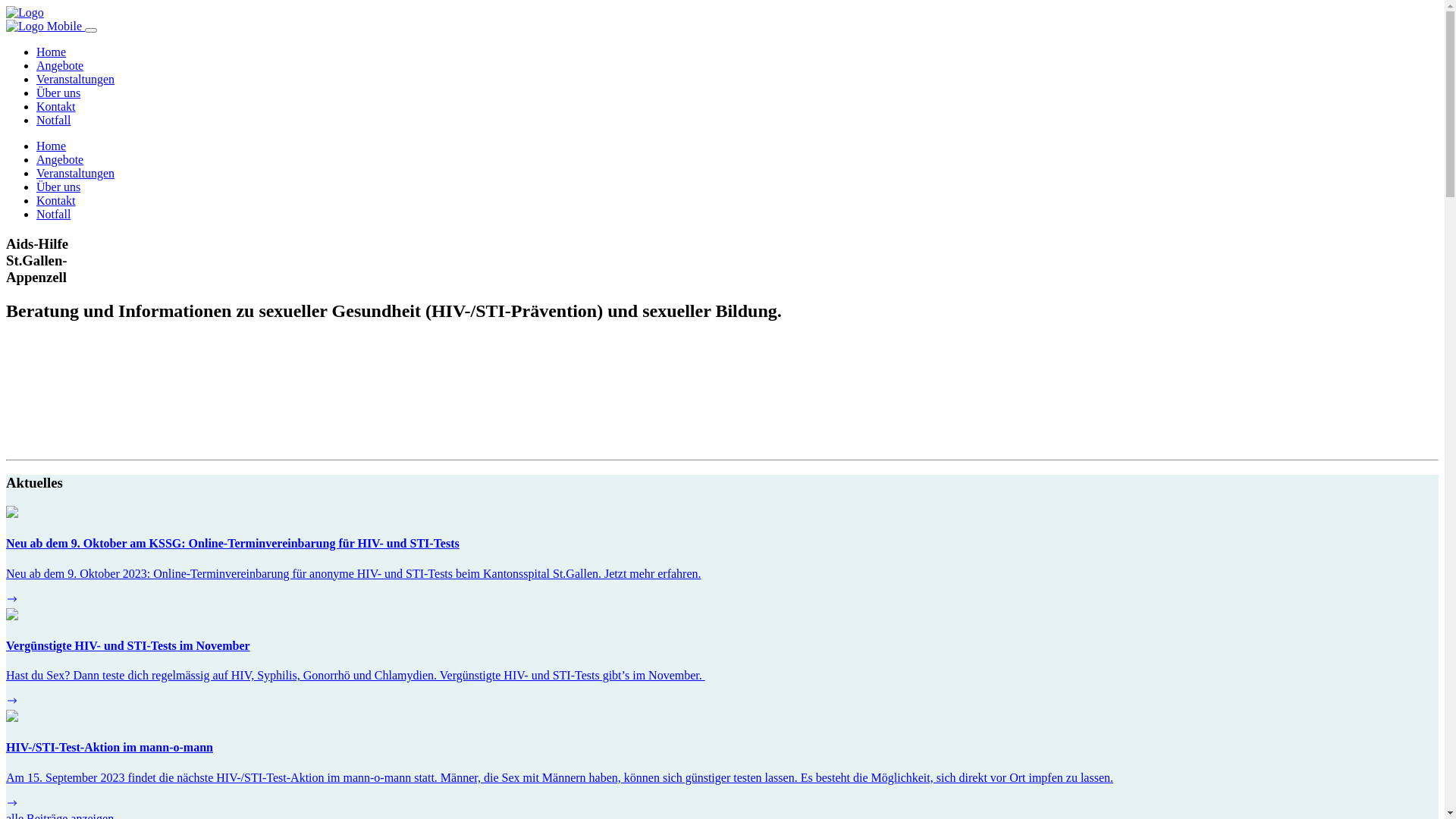 The width and height of the screenshot is (1456, 819). What do you see at coordinates (74, 79) in the screenshot?
I see `'Veranstaltungen'` at bounding box center [74, 79].